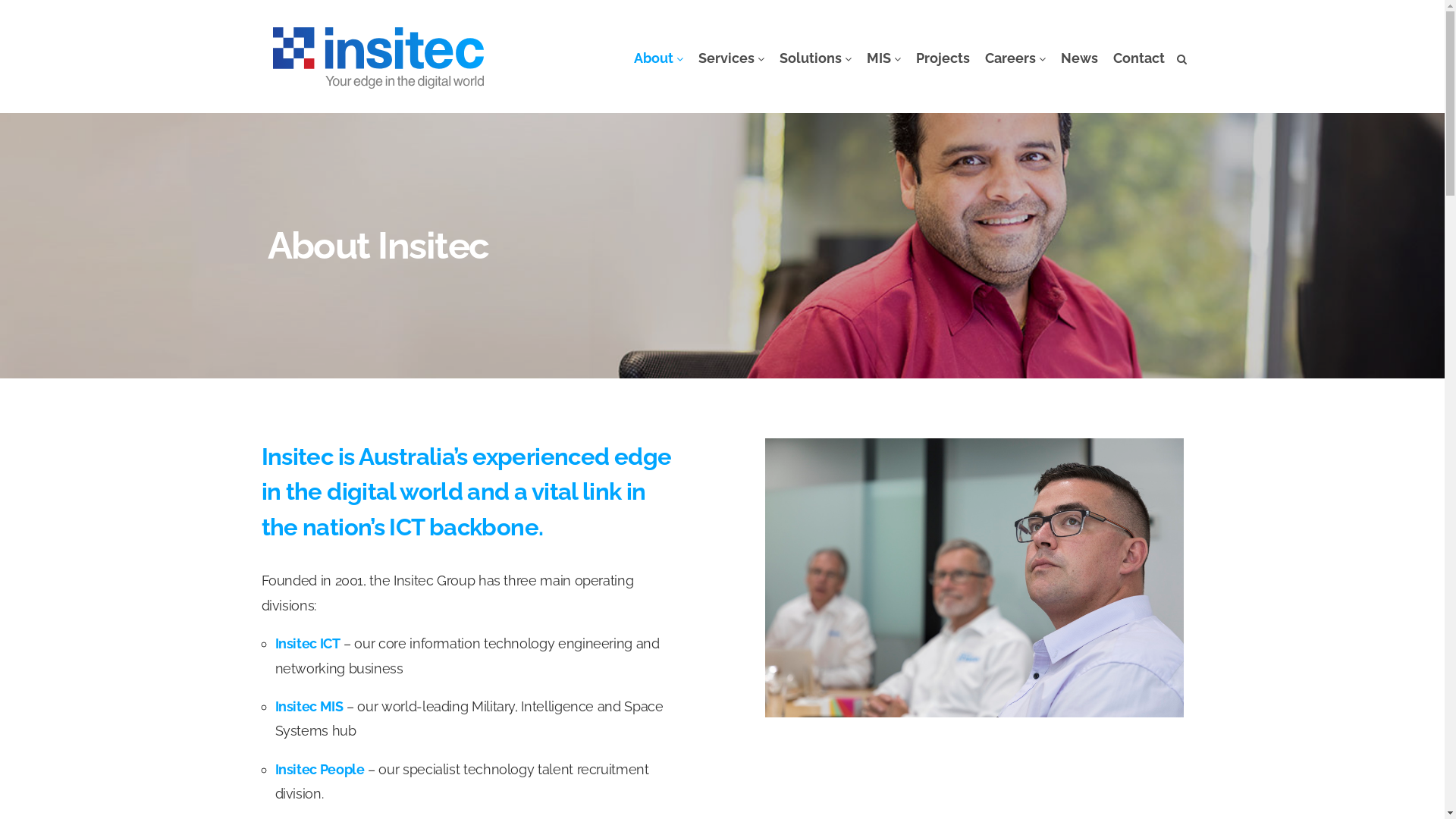 Image resolution: width=1456 pixels, height=819 pixels. What do you see at coordinates (378, 58) in the screenshot?
I see `'Insitec Australia'` at bounding box center [378, 58].